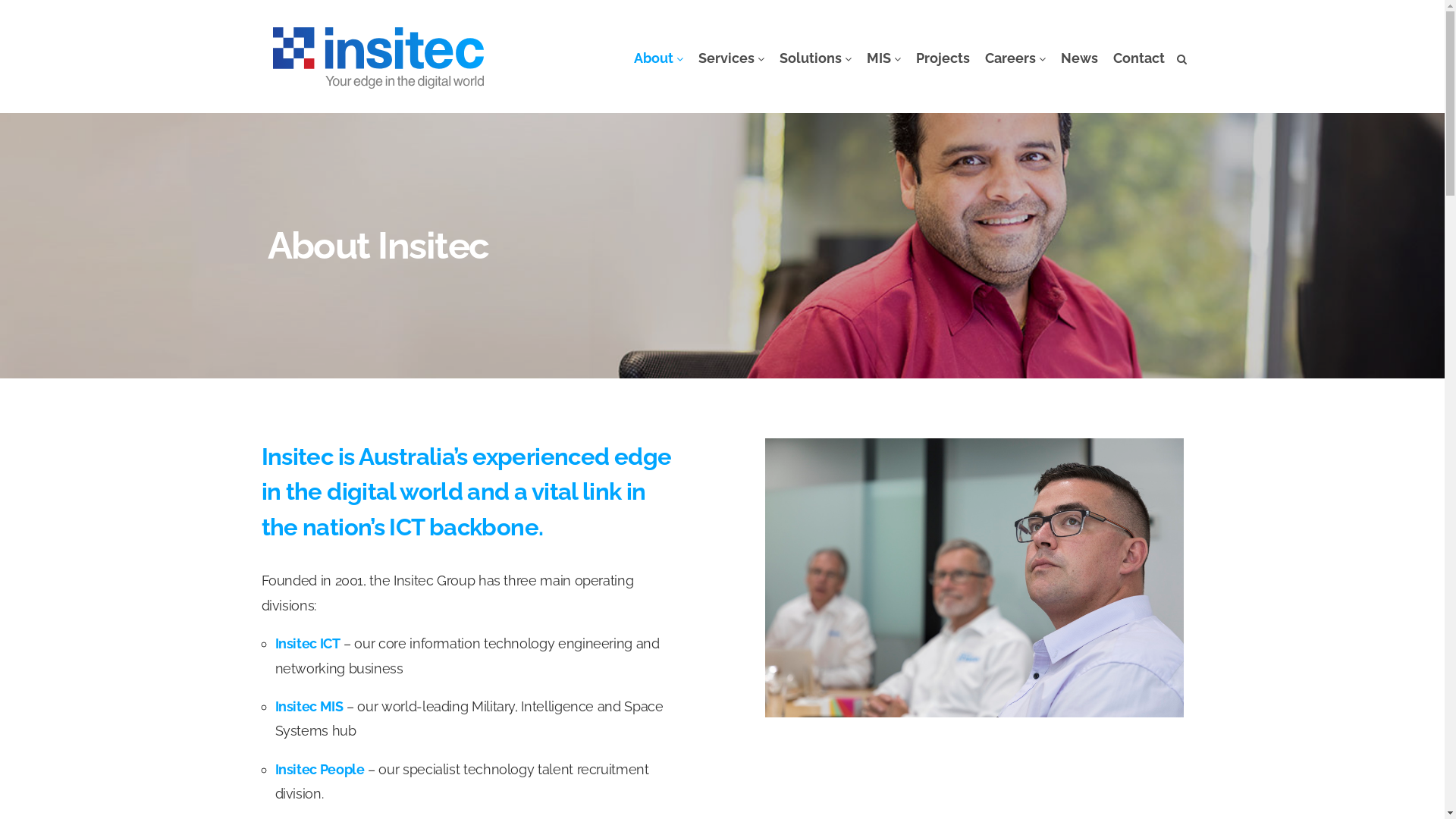 Image resolution: width=1456 pixels, height=819 pixels. What do you see at coordinates (378, 58) in the screenshot?
I see `'Insitec Australia'` at bounding box center [378, 58].